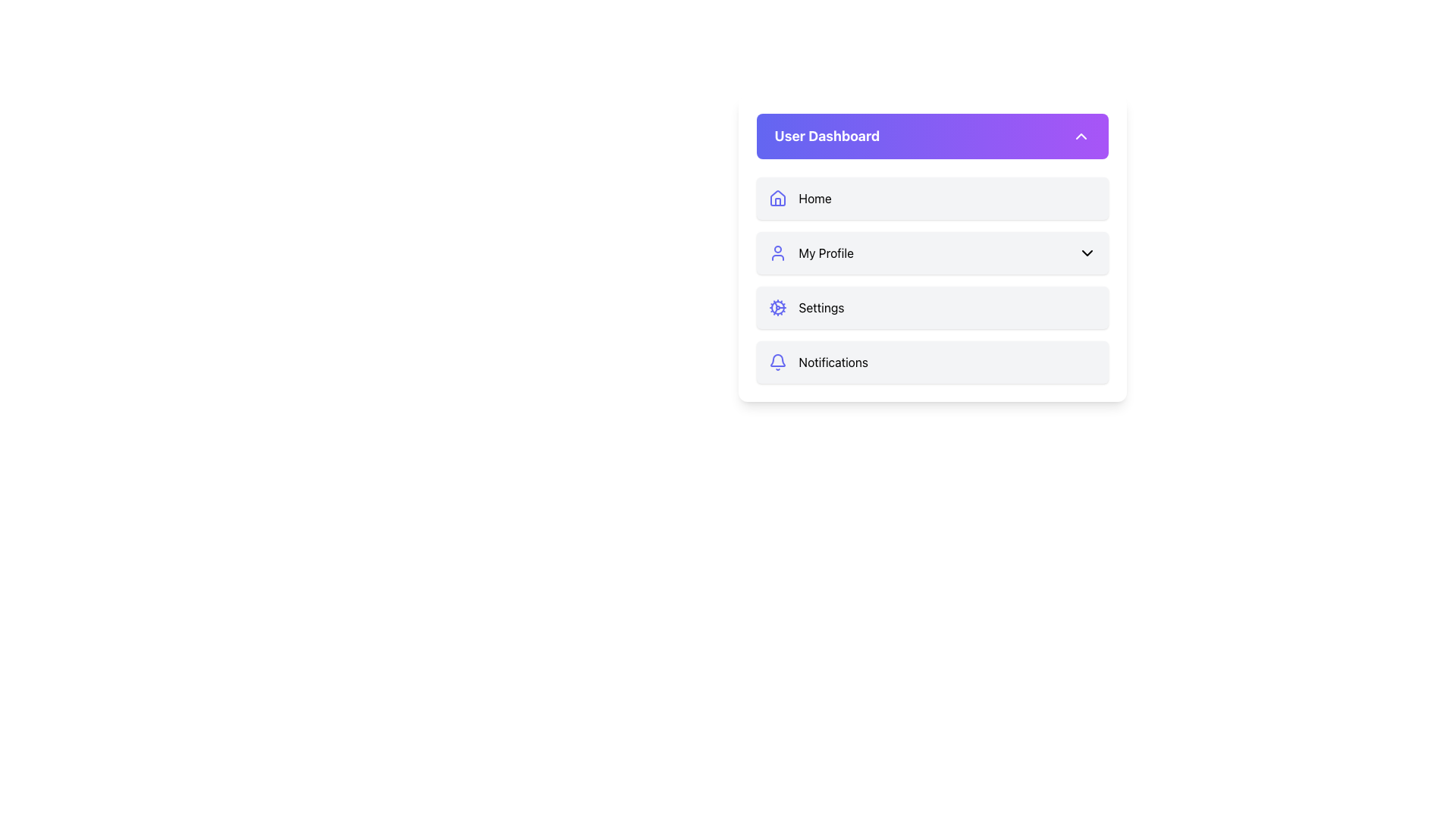  I want to click on the 'Settings' item in the vertically arranged list within the 'User Dashboard' card, so click(931, 281).